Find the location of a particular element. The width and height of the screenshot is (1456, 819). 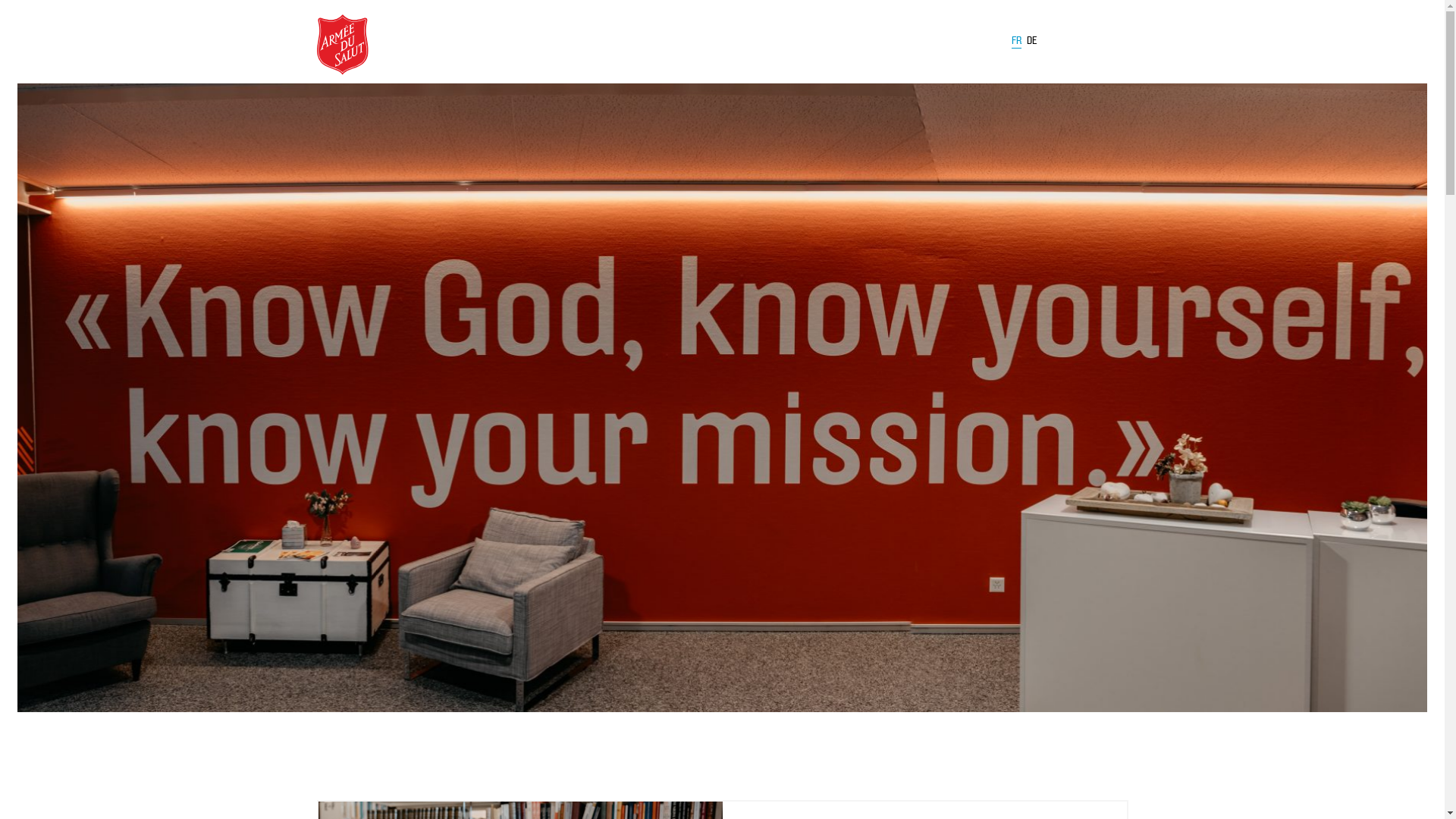

'DE' is located at coordinates (1031, 40).